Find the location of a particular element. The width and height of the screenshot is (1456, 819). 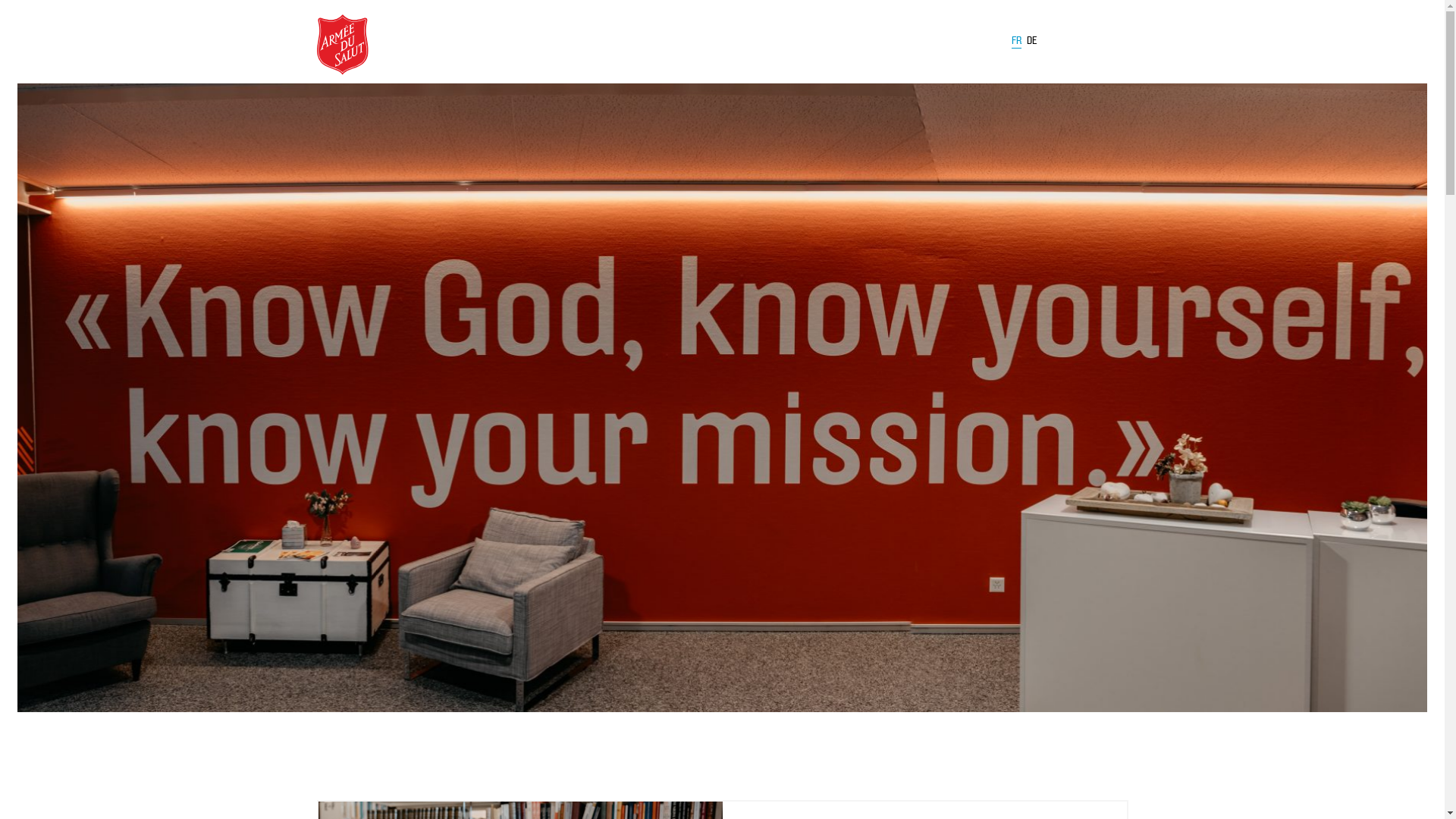

'DE' is located at coordinates (1031, 40).